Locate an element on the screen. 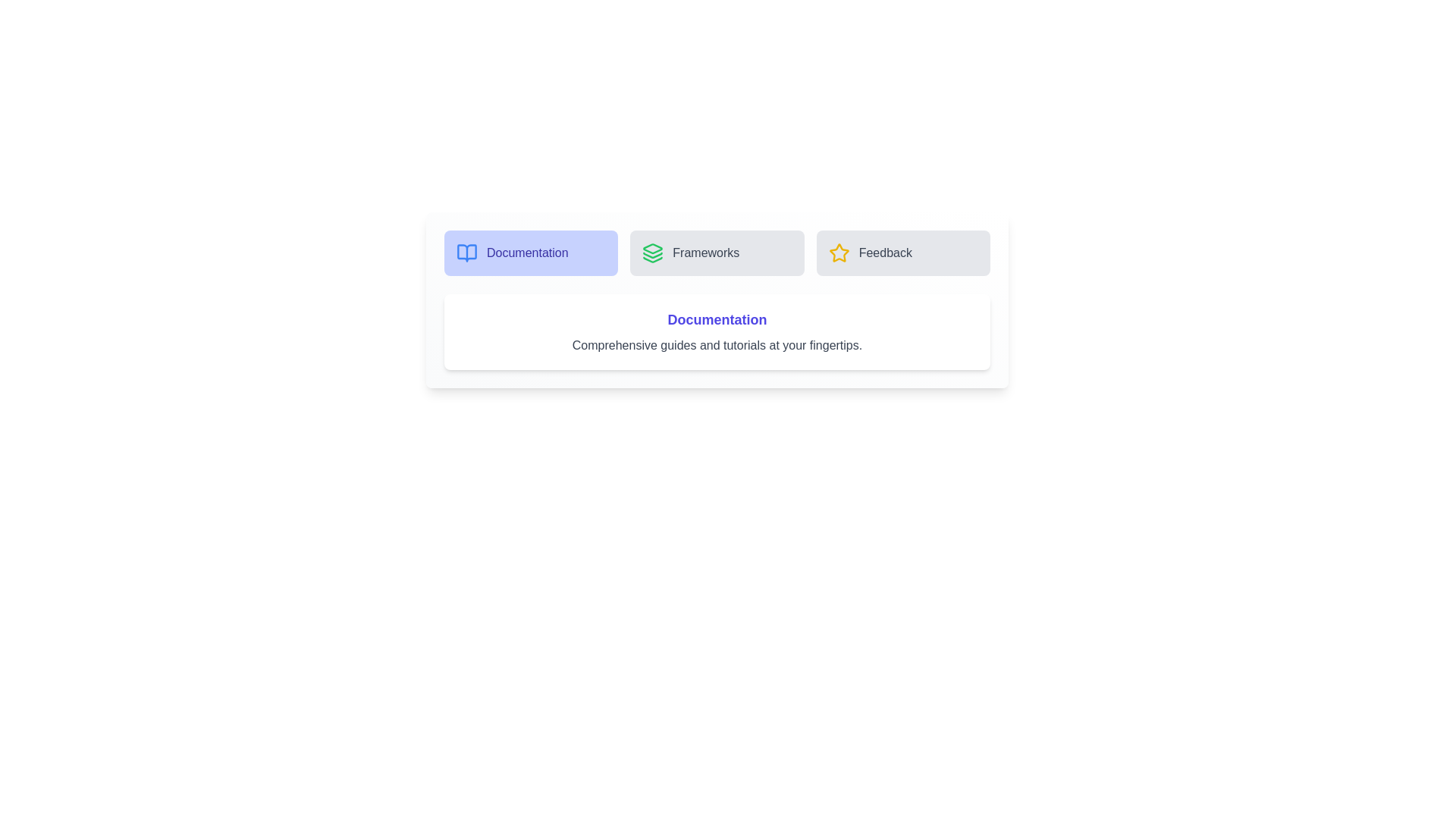 This screenshot has width=1456, height=819. the Feedback tab to view its description is located at coordinates (902, 253).